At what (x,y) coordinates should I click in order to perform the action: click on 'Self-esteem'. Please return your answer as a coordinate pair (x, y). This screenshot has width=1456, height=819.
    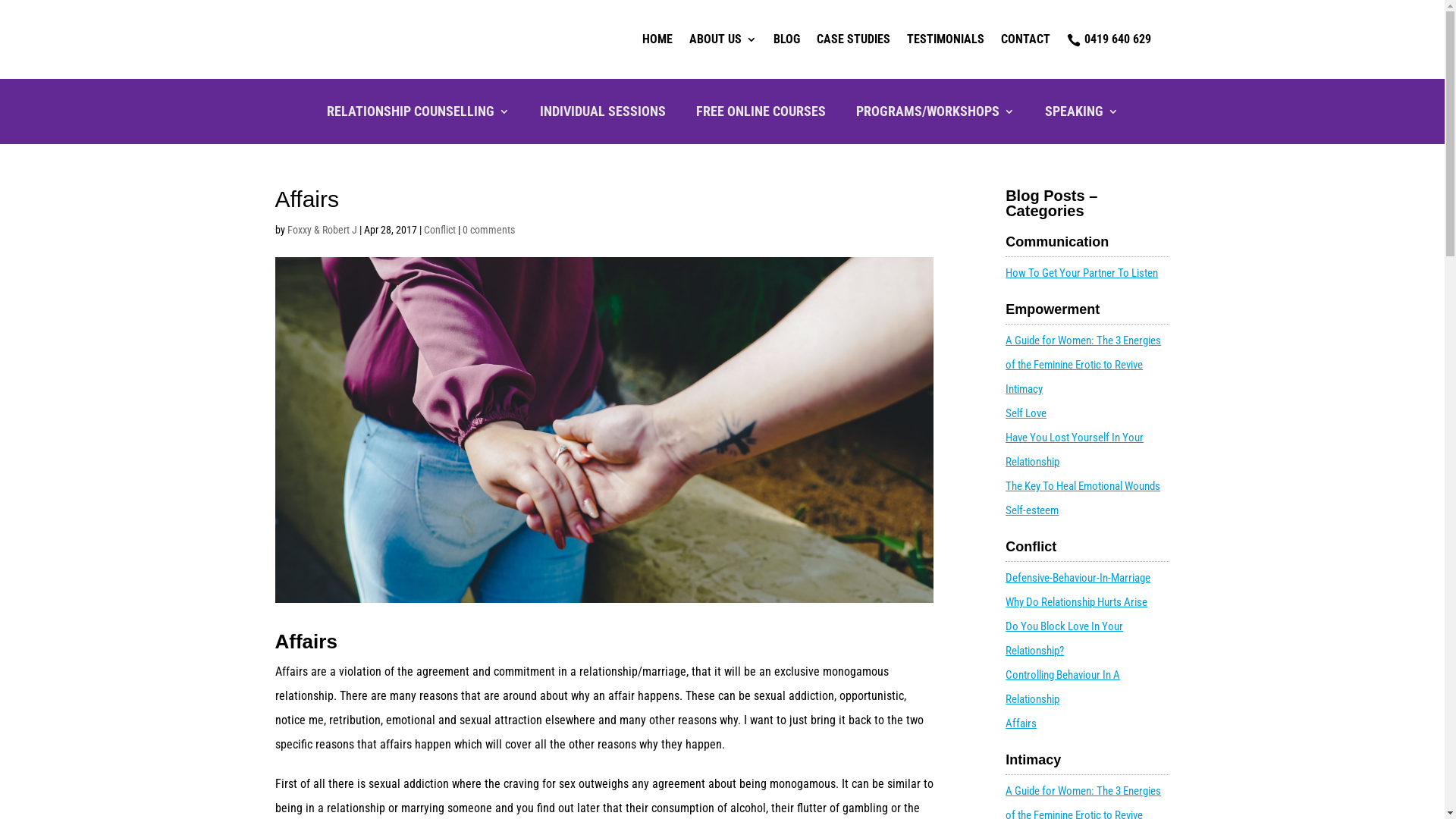
    Looking at the image, I should click on (1031, 510).